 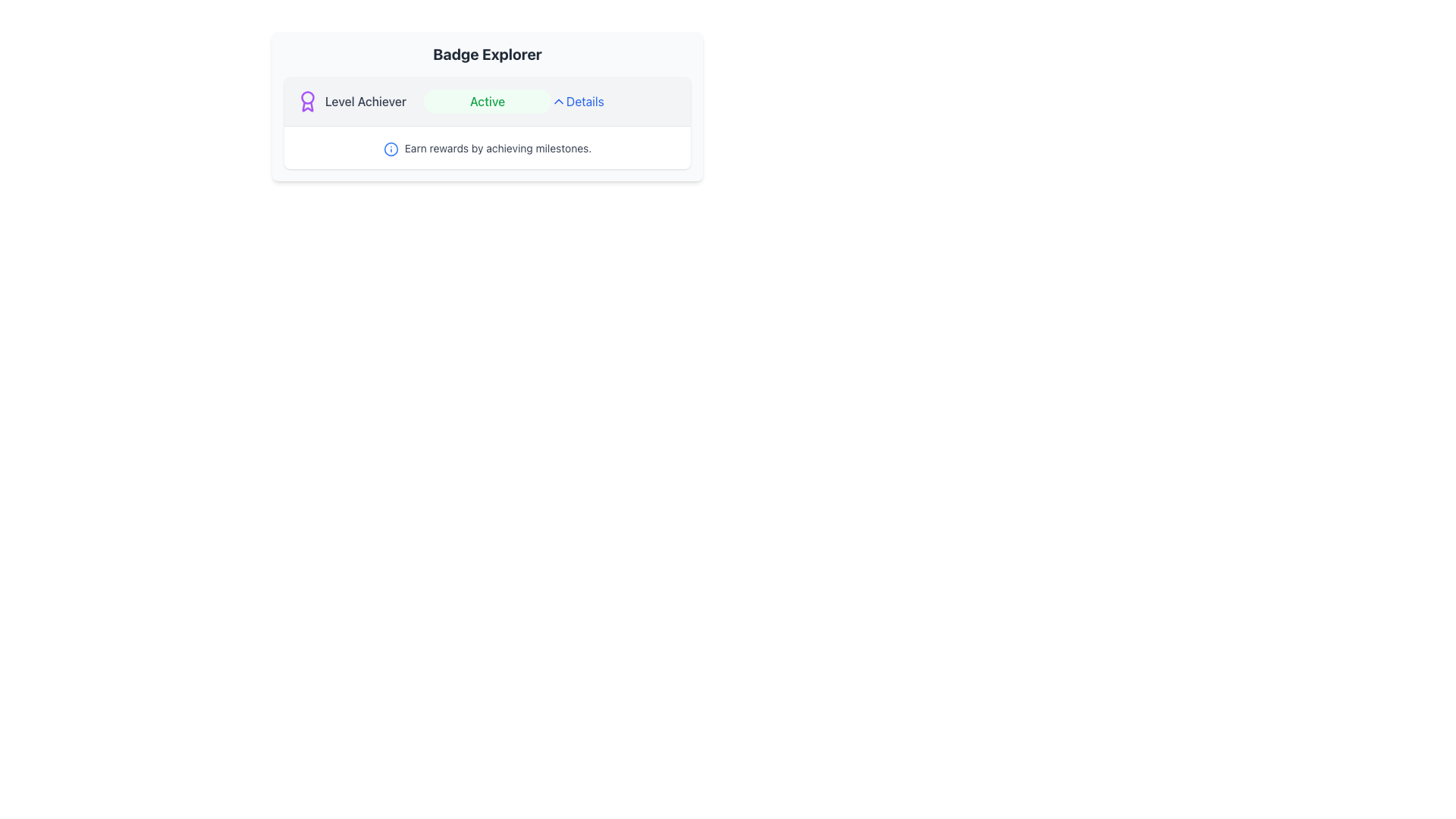 I want to click on the circular icon with a blue outline and a centered dot located under the 'Badge Explorer' header, to the left of the 'Earn rewards by achieving milestones' text, so click(x=391, y=149).